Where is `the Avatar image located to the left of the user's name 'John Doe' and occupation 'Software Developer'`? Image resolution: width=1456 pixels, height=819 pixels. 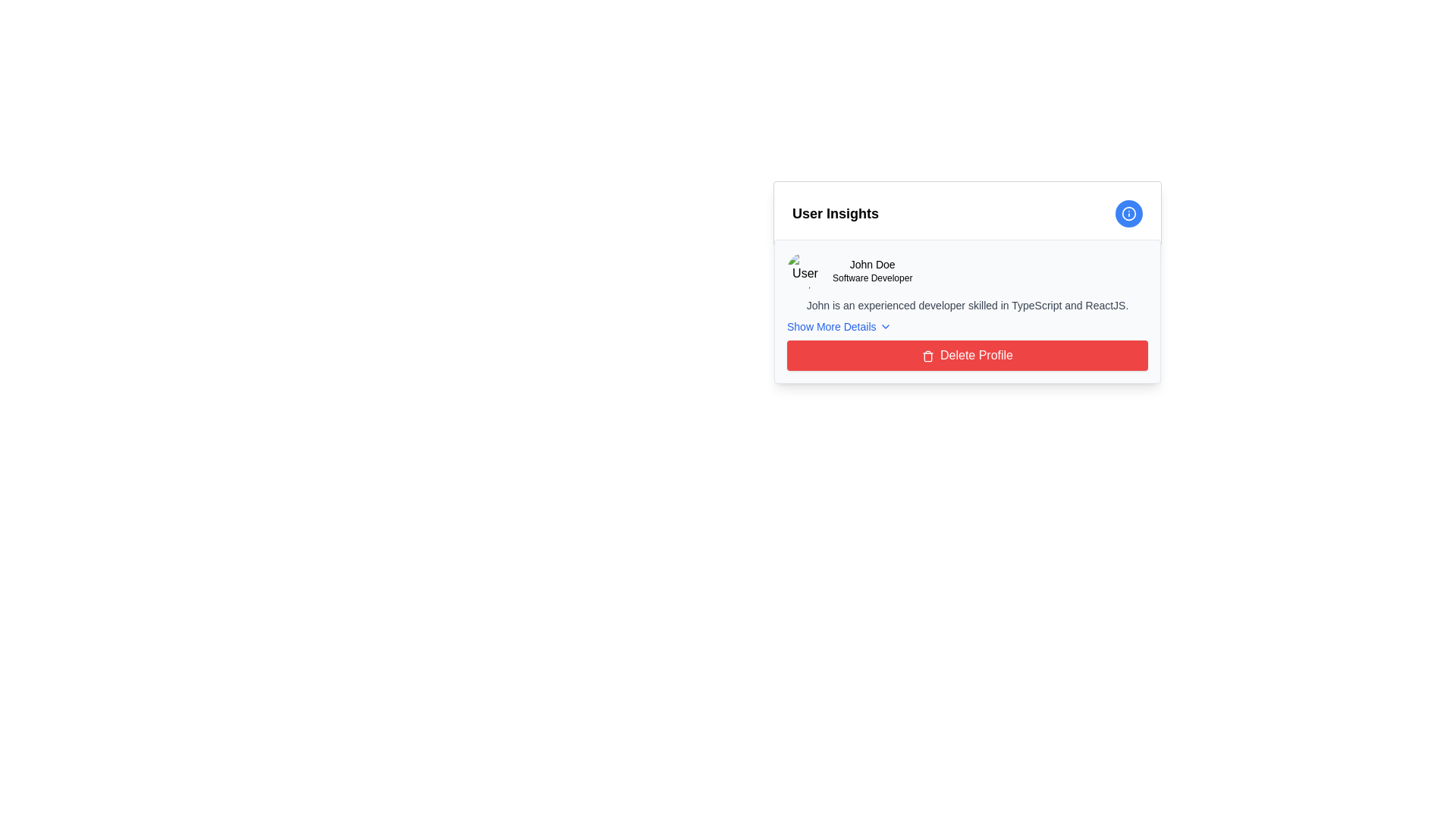 the Avatar image located to the left of the user's name 'John Doe' and occupation 'Software Developer' is located at coordinates (804, 270).